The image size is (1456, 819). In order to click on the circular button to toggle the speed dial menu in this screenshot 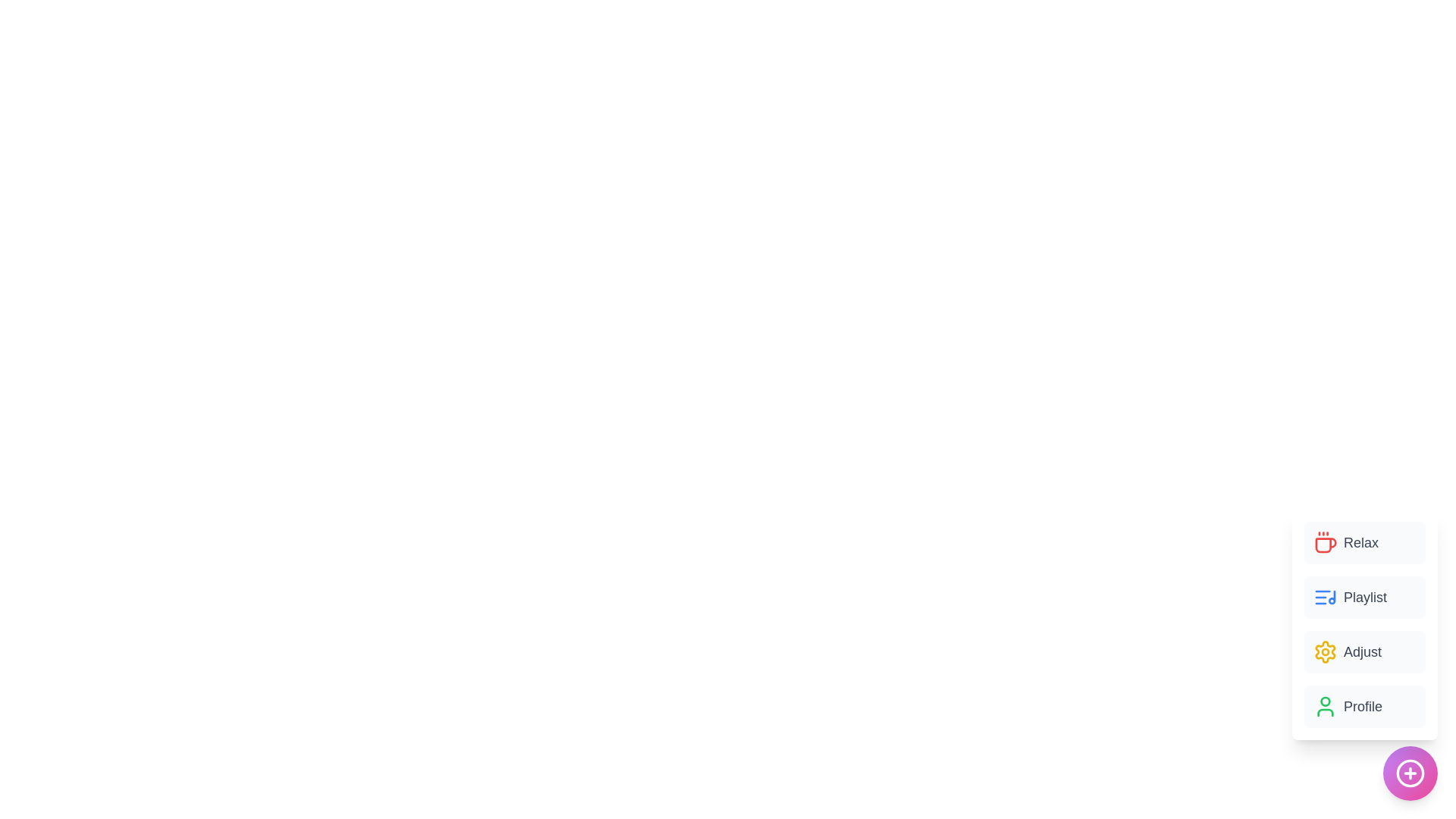, I will do `click(1410, 773)`.